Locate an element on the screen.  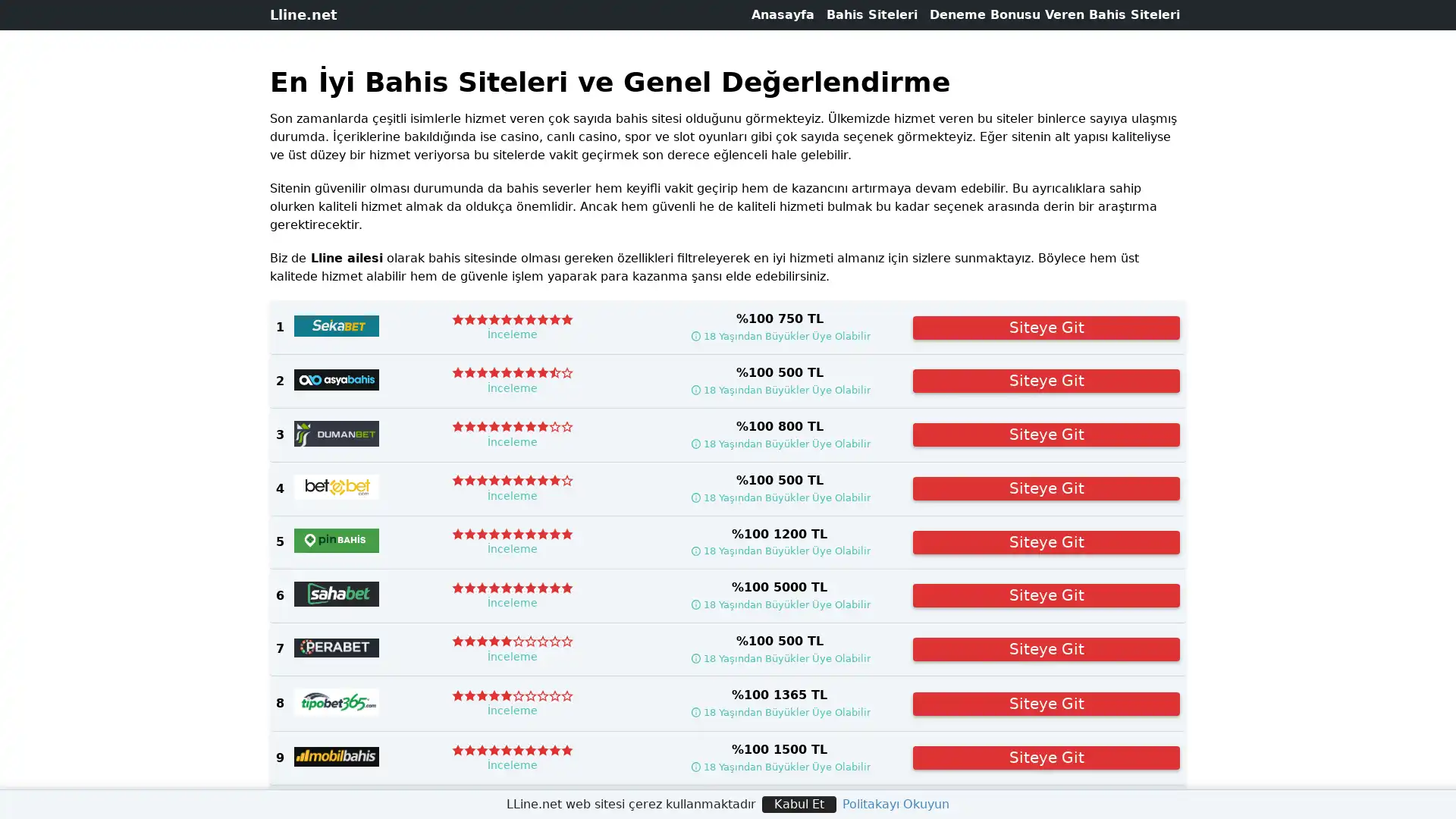
Load terms and conditions is located at coordinates (779, 443).